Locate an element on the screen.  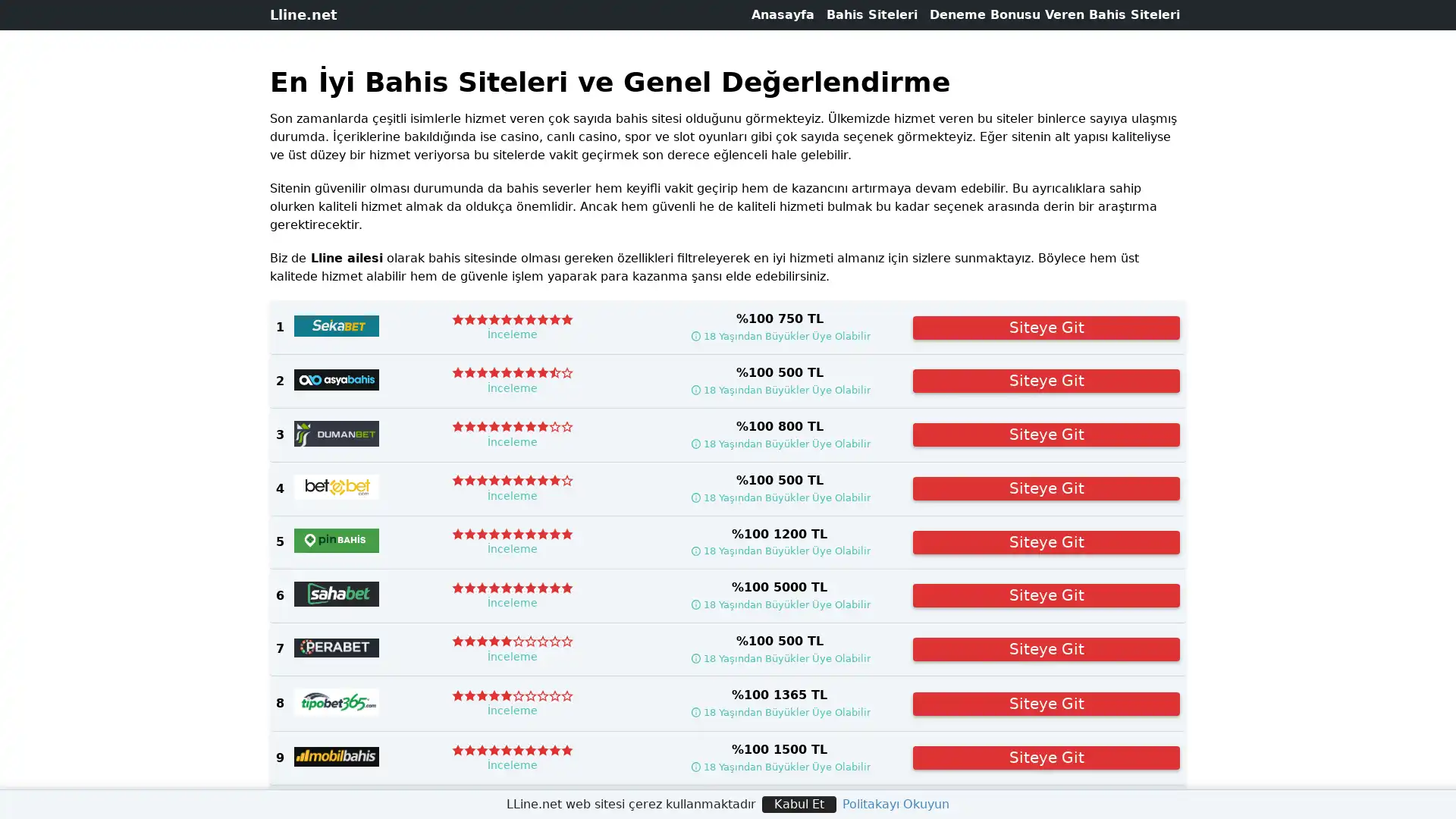
Load terms and conditions is located at coordinates (779, 443).